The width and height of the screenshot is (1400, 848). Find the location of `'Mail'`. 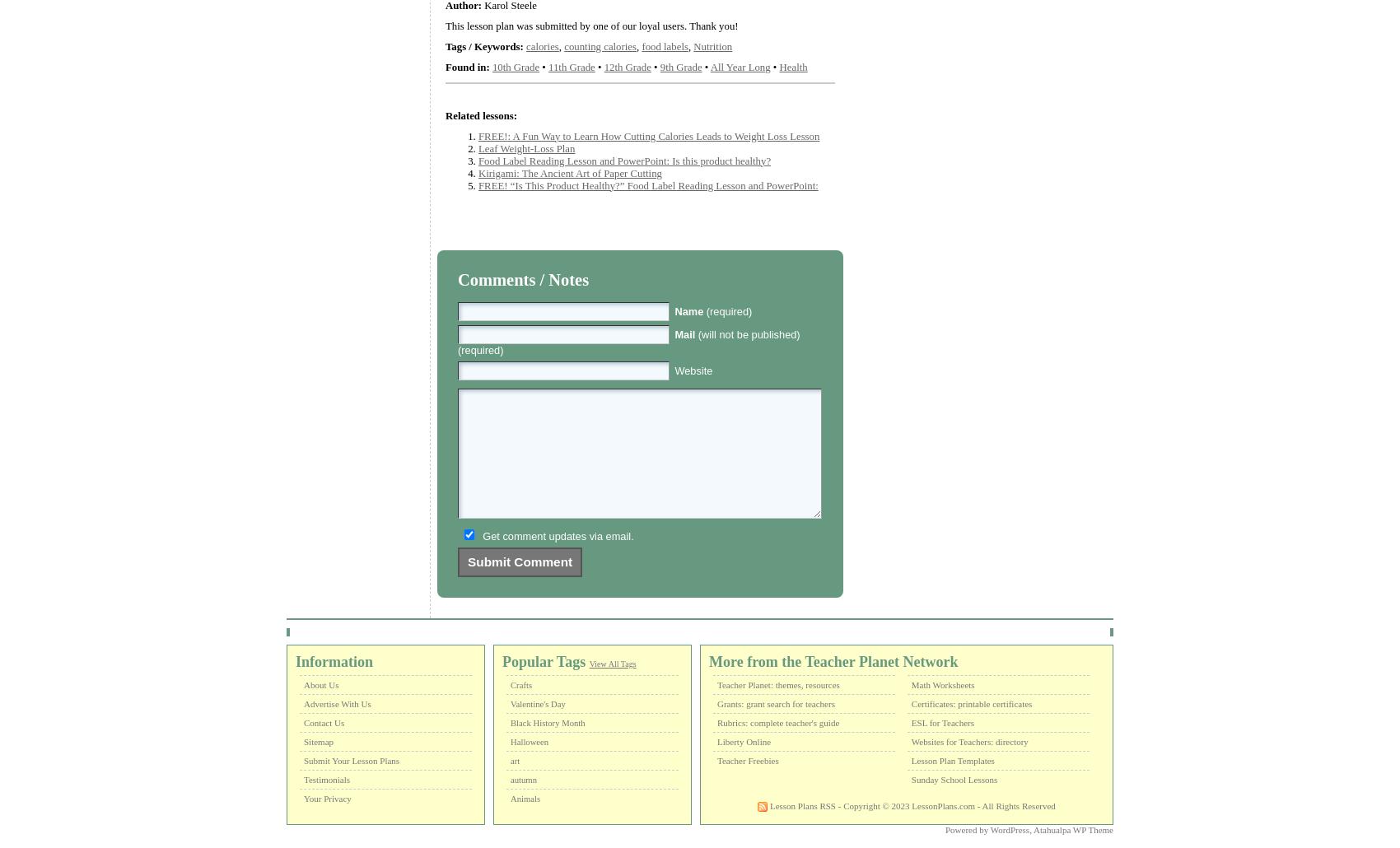

'Mail' is located at coordinates (684, 333).